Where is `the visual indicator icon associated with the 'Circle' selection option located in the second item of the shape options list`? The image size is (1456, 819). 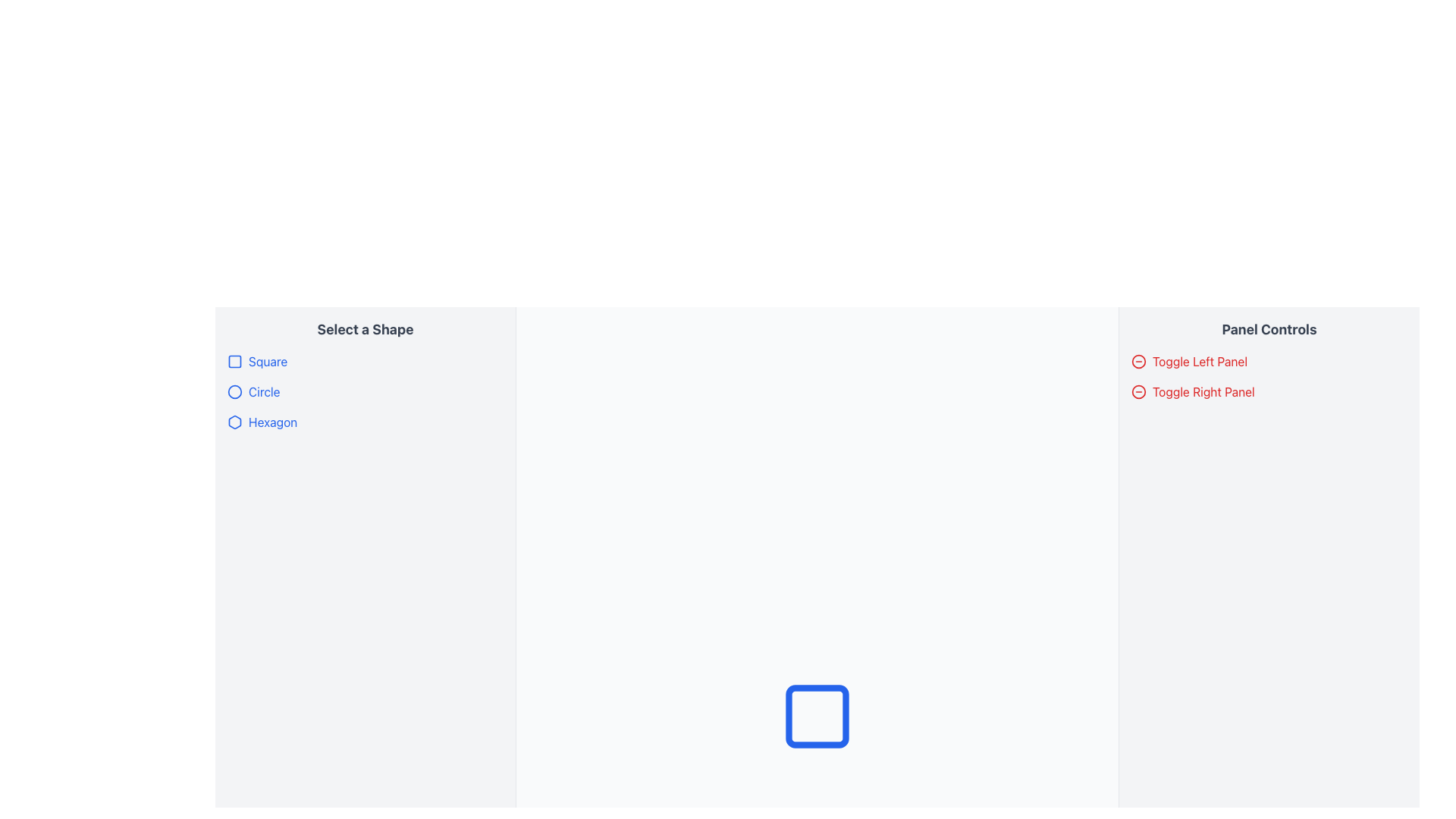
the visual indicator icon associated with the 'Circle' selection option located in the second item of the shape options list is located at coordinates (234, 391).